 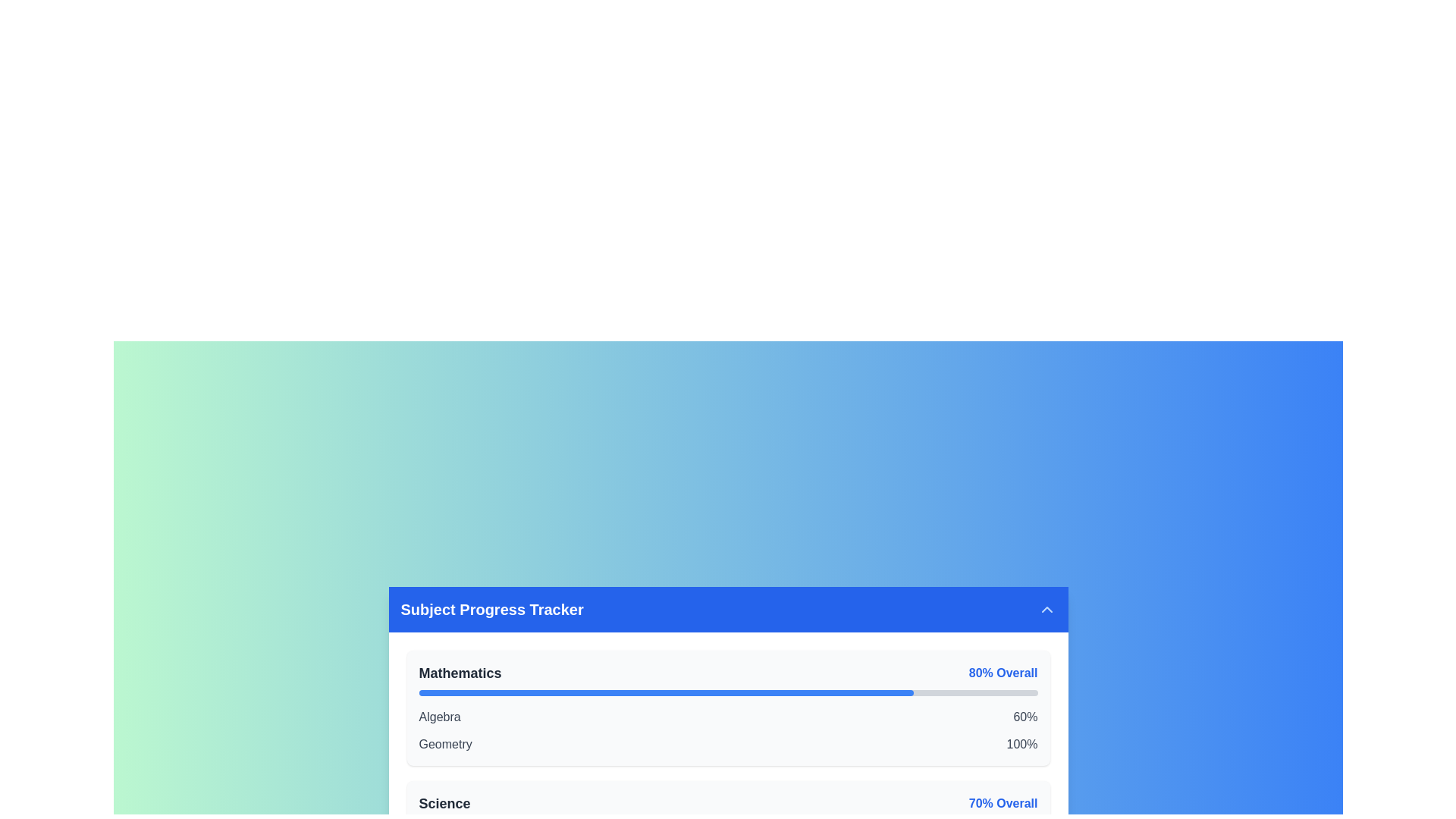 I want to click on the Data display card that shows progress and performance metrics for 'Mathematics', located in the 'Subject Progress Tracker' section, so click(x=728, y=708).